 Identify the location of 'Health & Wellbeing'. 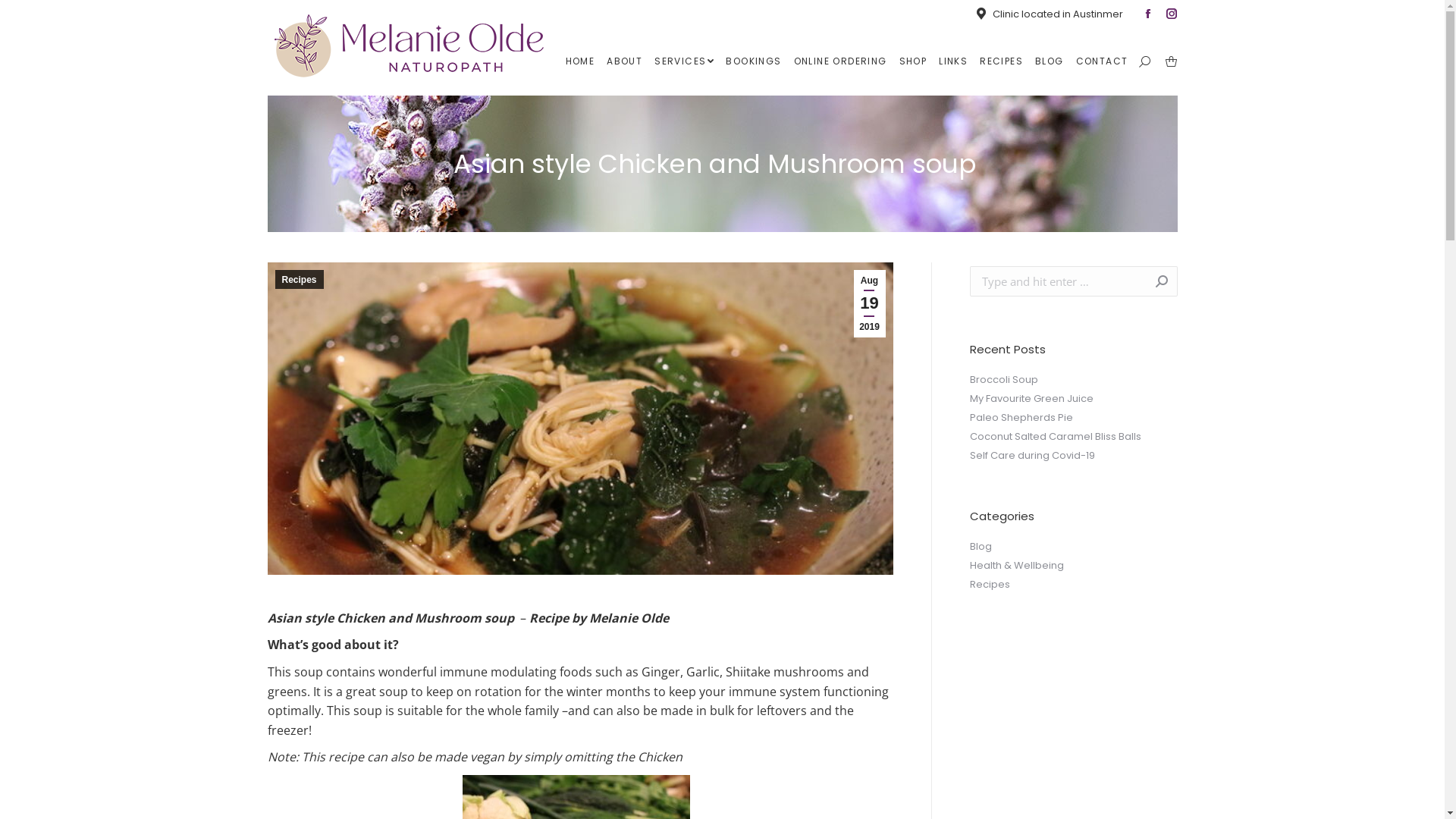
(1015, 565).